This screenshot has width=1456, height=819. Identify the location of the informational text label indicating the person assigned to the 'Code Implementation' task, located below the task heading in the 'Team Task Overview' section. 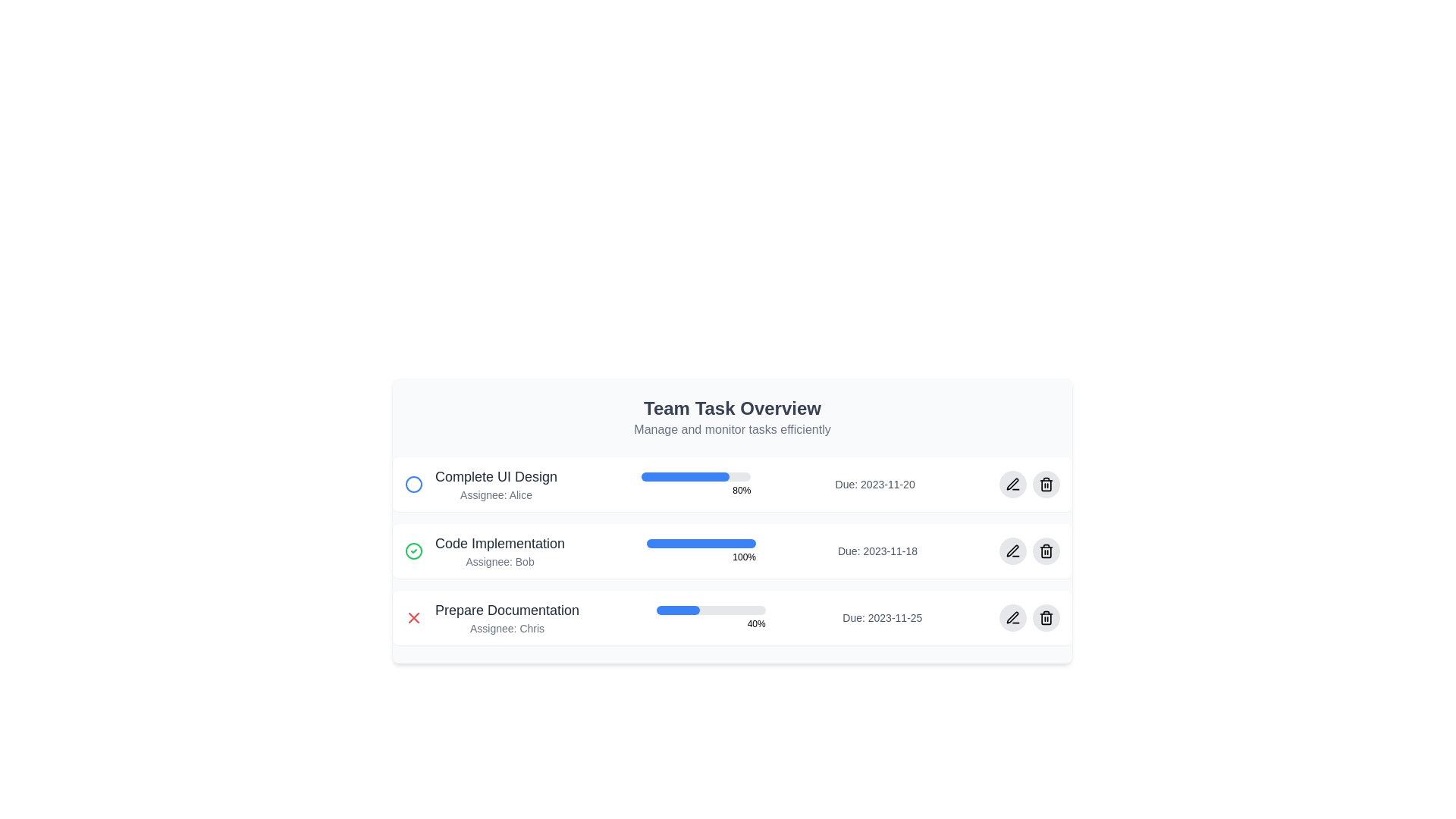
(500, 561).